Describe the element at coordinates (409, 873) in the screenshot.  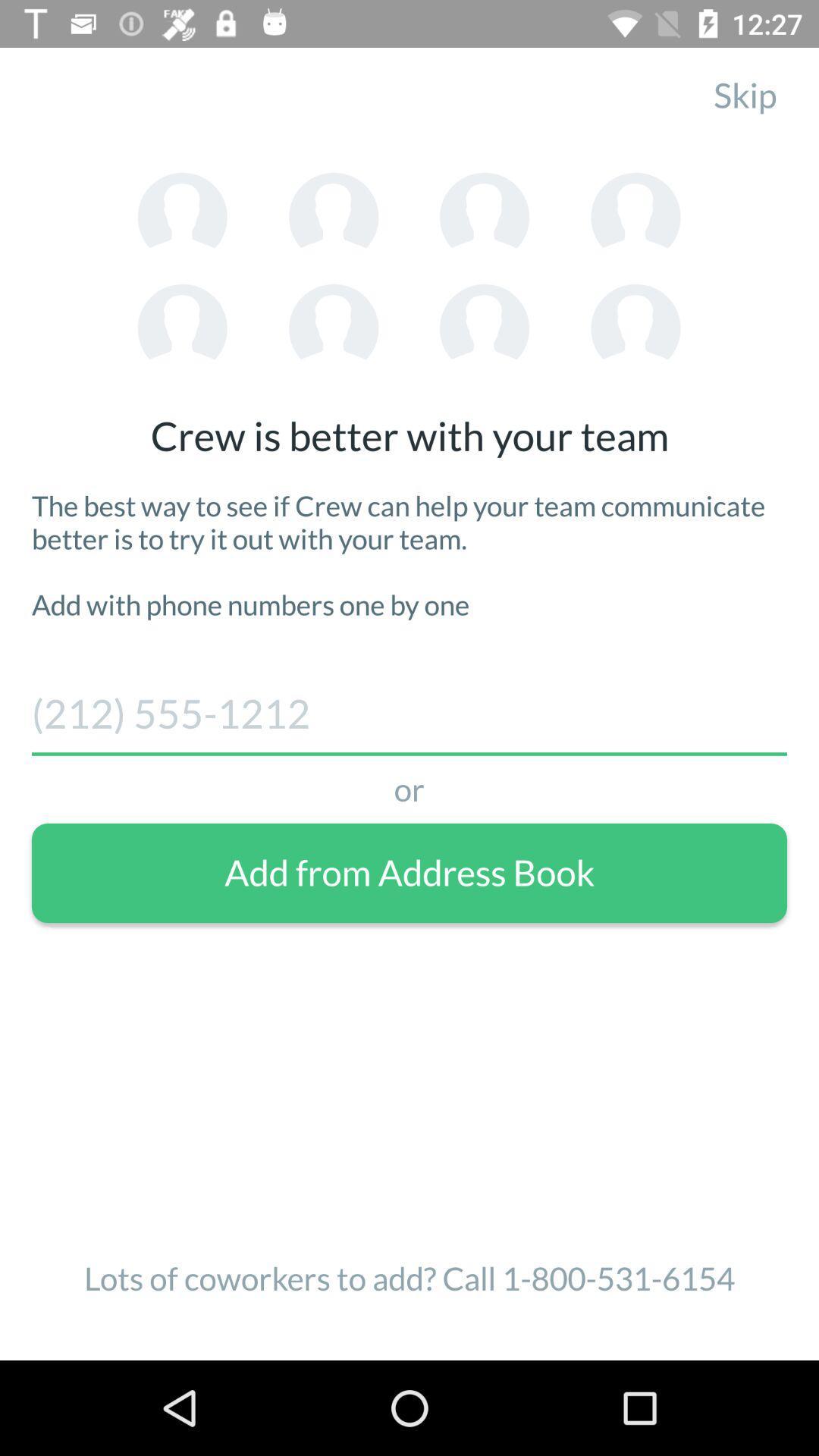
I see `add from address` at that location.